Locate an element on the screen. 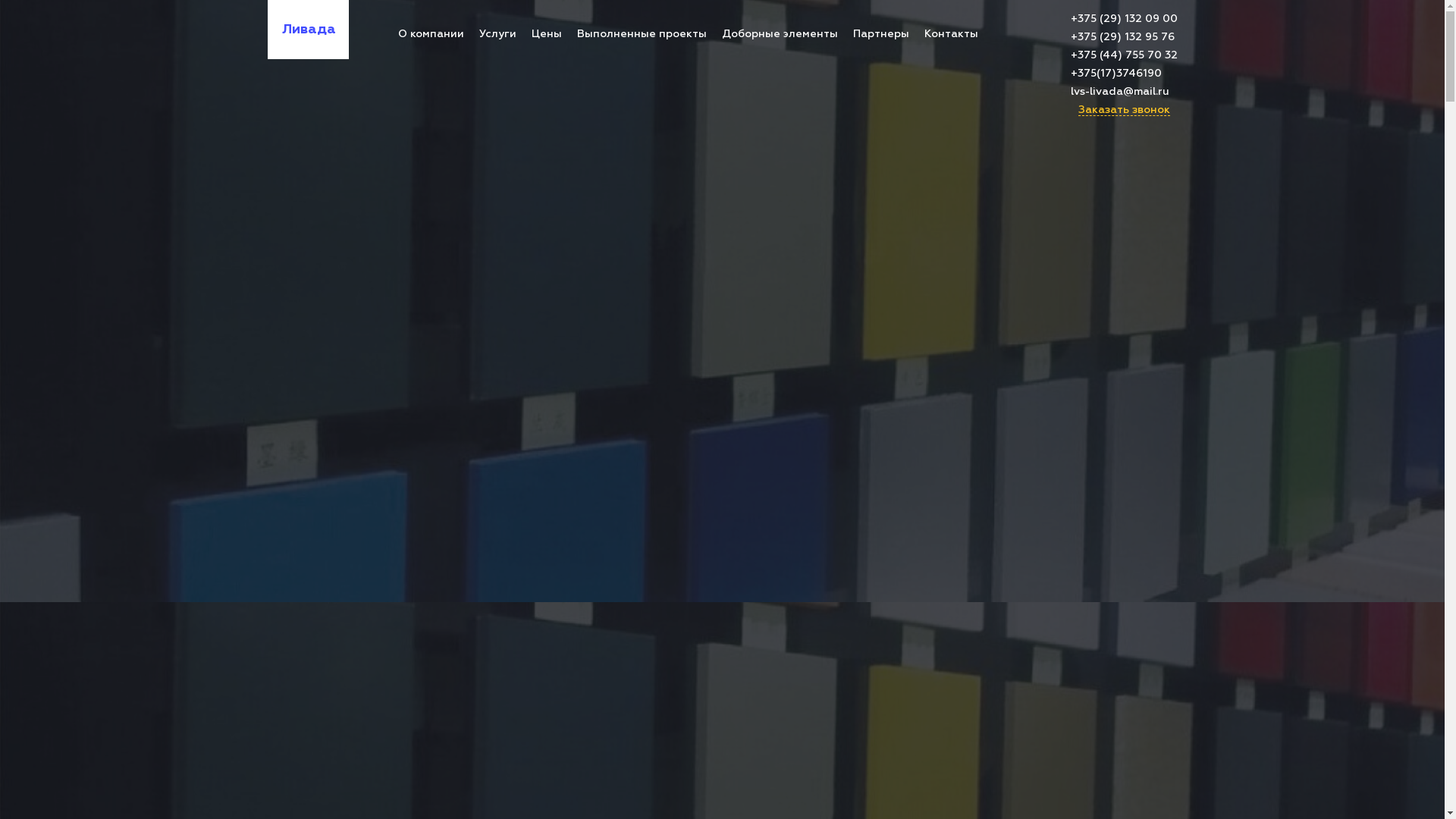  '+375 (44) 755 70 32' is located at coordinates (1124, 55).